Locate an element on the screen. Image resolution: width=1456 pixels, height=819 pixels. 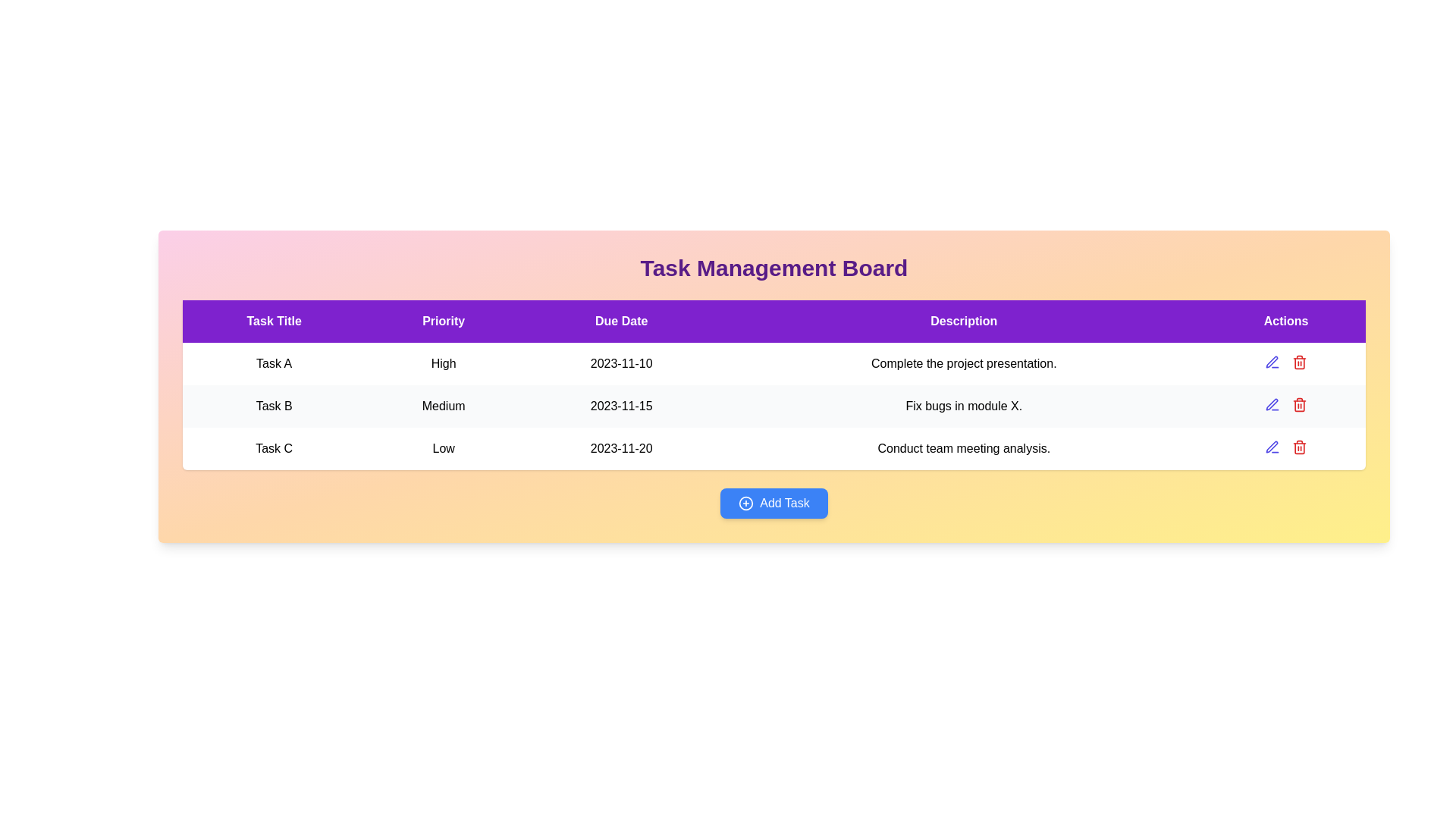
text 'Task A' from the Text Label located in the first row of the 'Task Title' column of the data table is located at coordinates (274, 363).